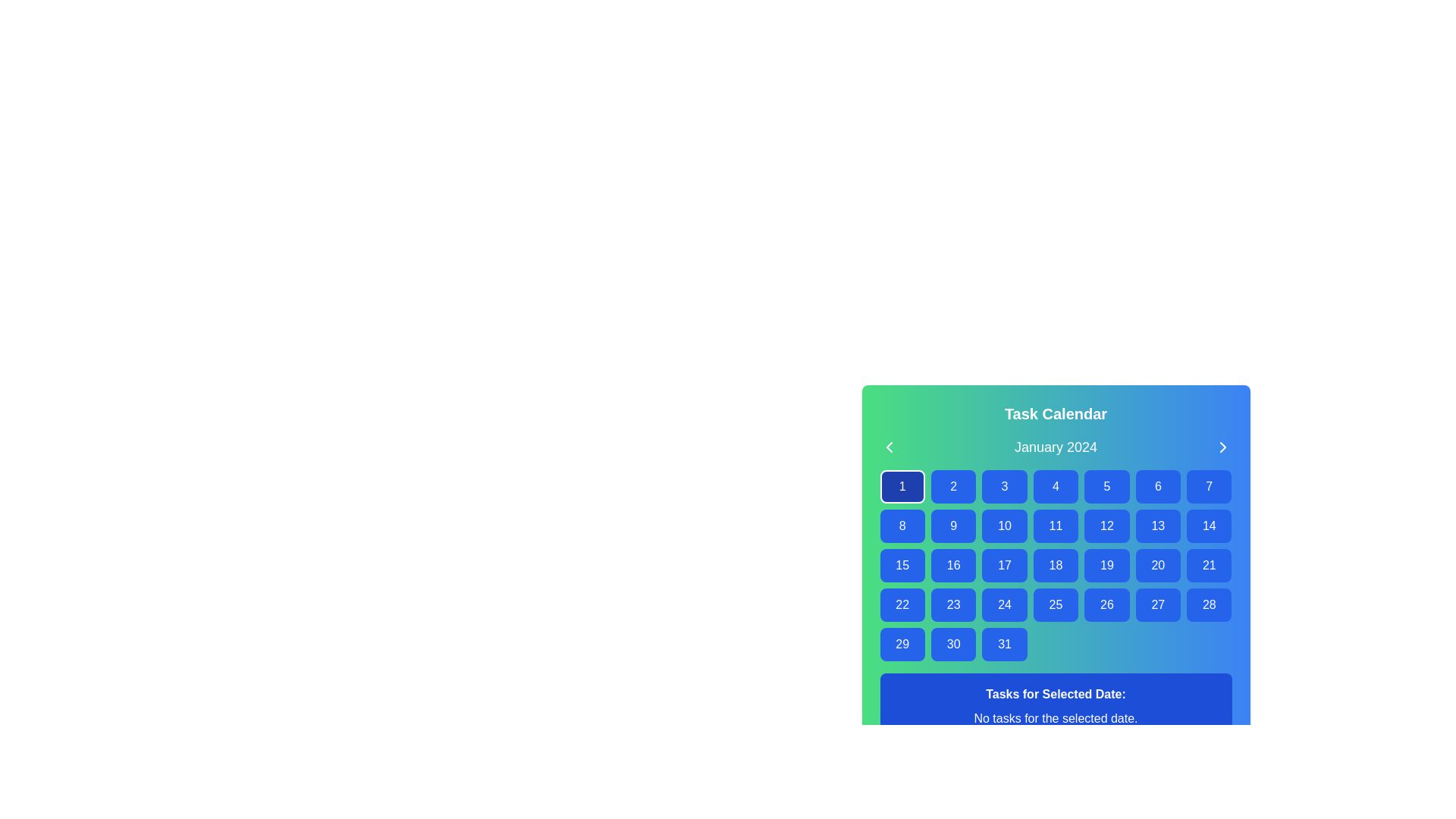  I want to click on the calendar date button representing '11' in the January 2024 calendar grid layout, so click(1055, 526).